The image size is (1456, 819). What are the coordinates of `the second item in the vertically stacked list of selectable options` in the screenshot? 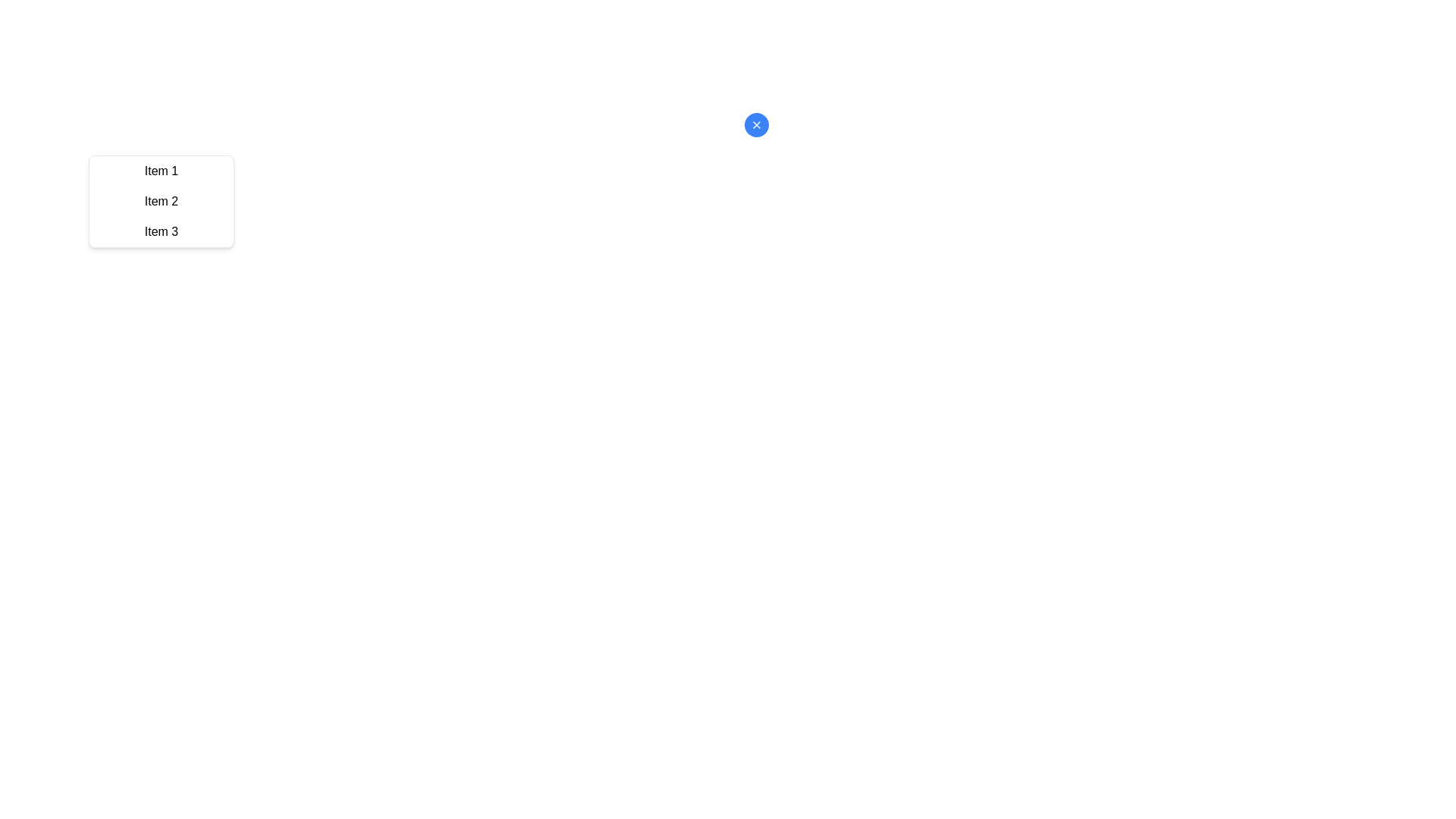 It's located at (161, 201).